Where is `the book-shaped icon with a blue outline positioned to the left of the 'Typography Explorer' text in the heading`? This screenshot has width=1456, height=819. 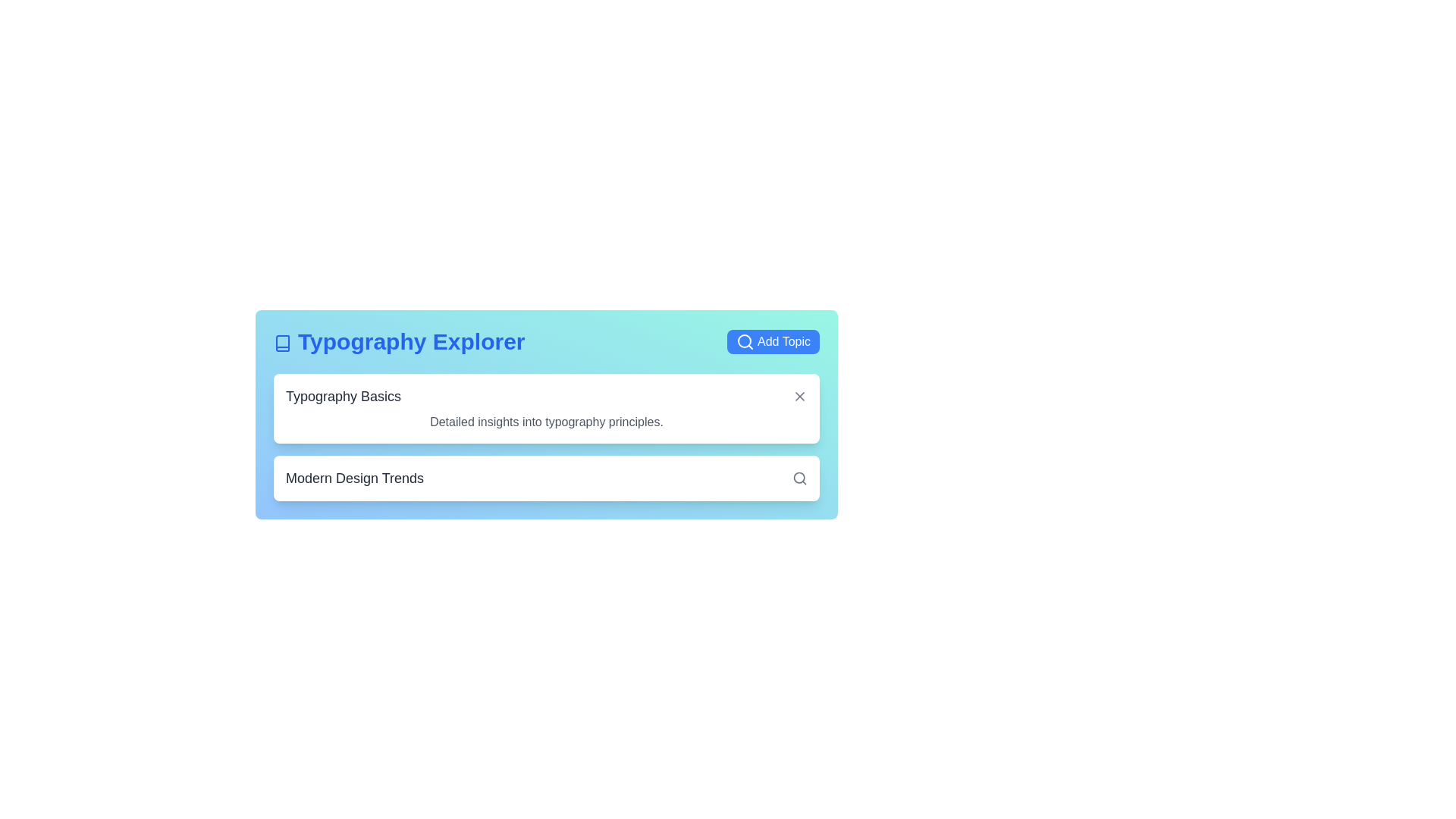
the book-shaped icon with a blue outline positioned to the left of the 'Typography Explorer' text in the heading is located at coordinates (283, 343).